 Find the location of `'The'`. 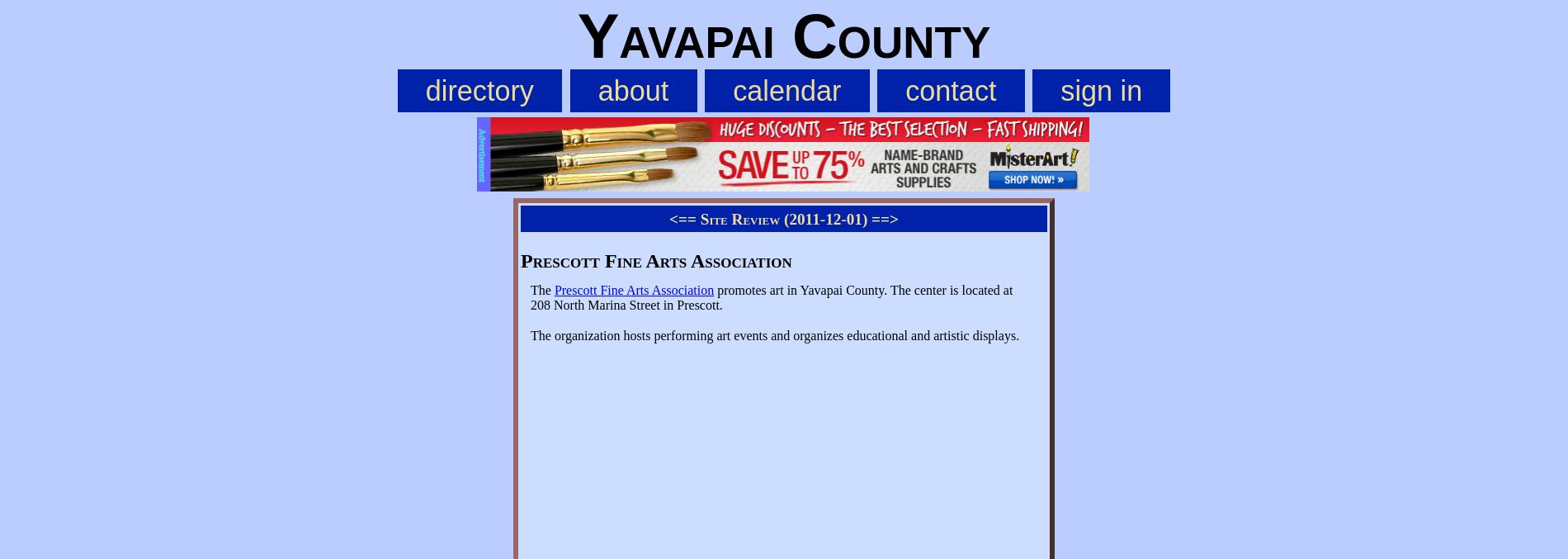

'The' is located at coordinates (542, 290).